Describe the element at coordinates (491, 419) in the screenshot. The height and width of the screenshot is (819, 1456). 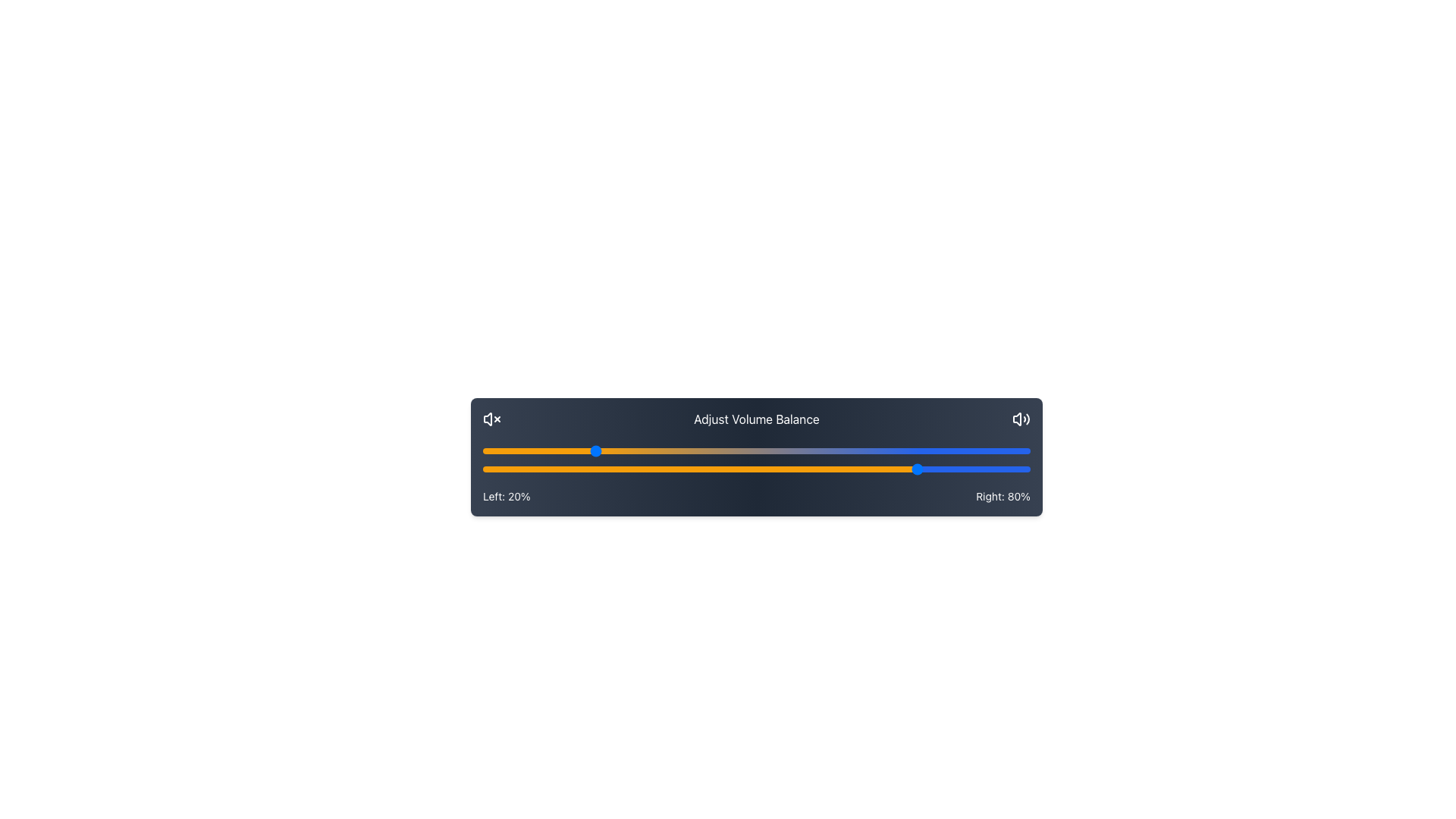
I see `the mute volume icon located on the far left of the 'Adjust Volume Balance' grouping` at that location.